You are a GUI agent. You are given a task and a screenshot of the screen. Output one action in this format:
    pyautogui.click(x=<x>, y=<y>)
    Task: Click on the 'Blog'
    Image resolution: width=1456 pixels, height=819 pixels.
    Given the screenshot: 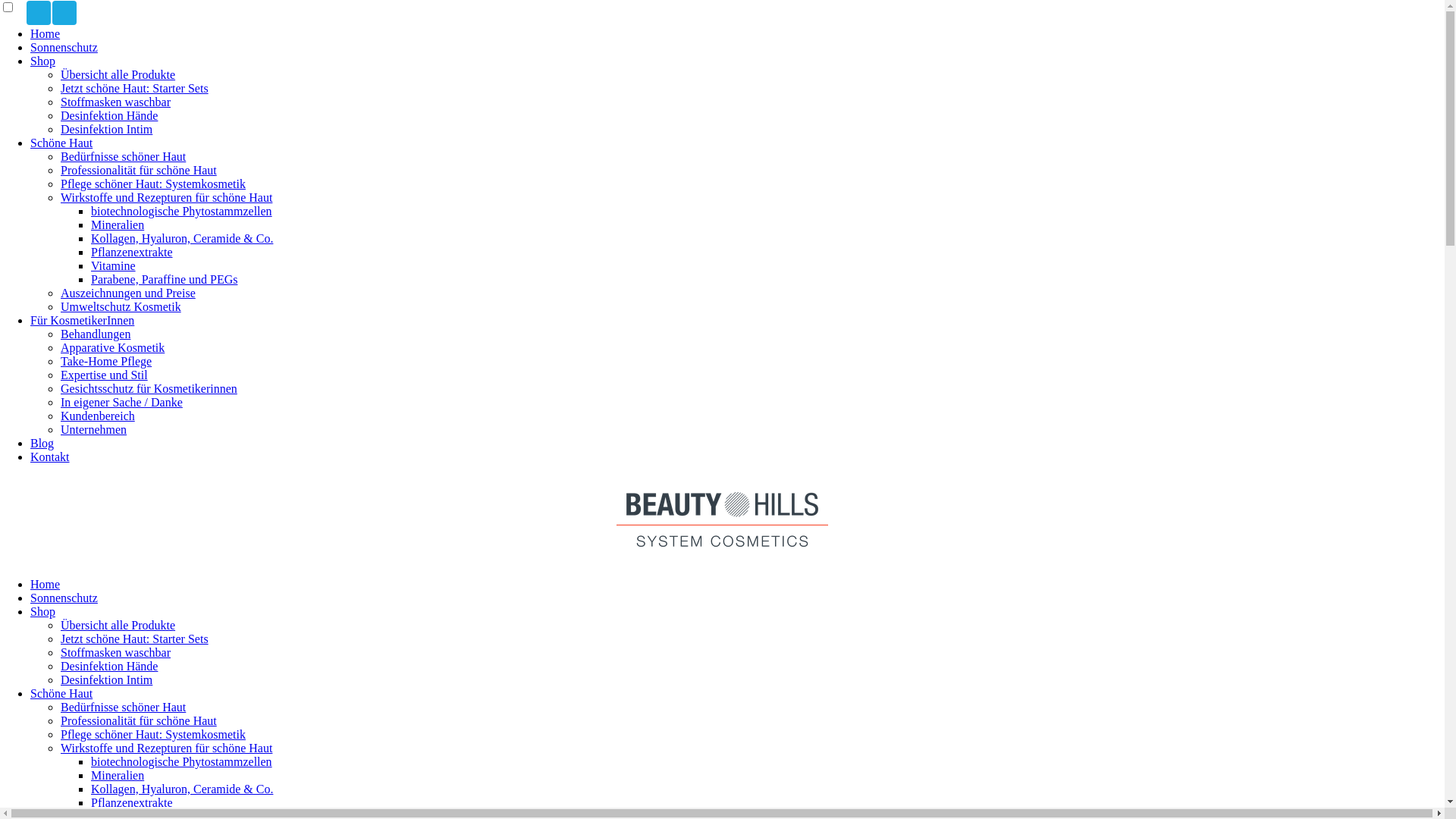 What is the action you would take?
    pyautogui.click(x=42, y=443)
    